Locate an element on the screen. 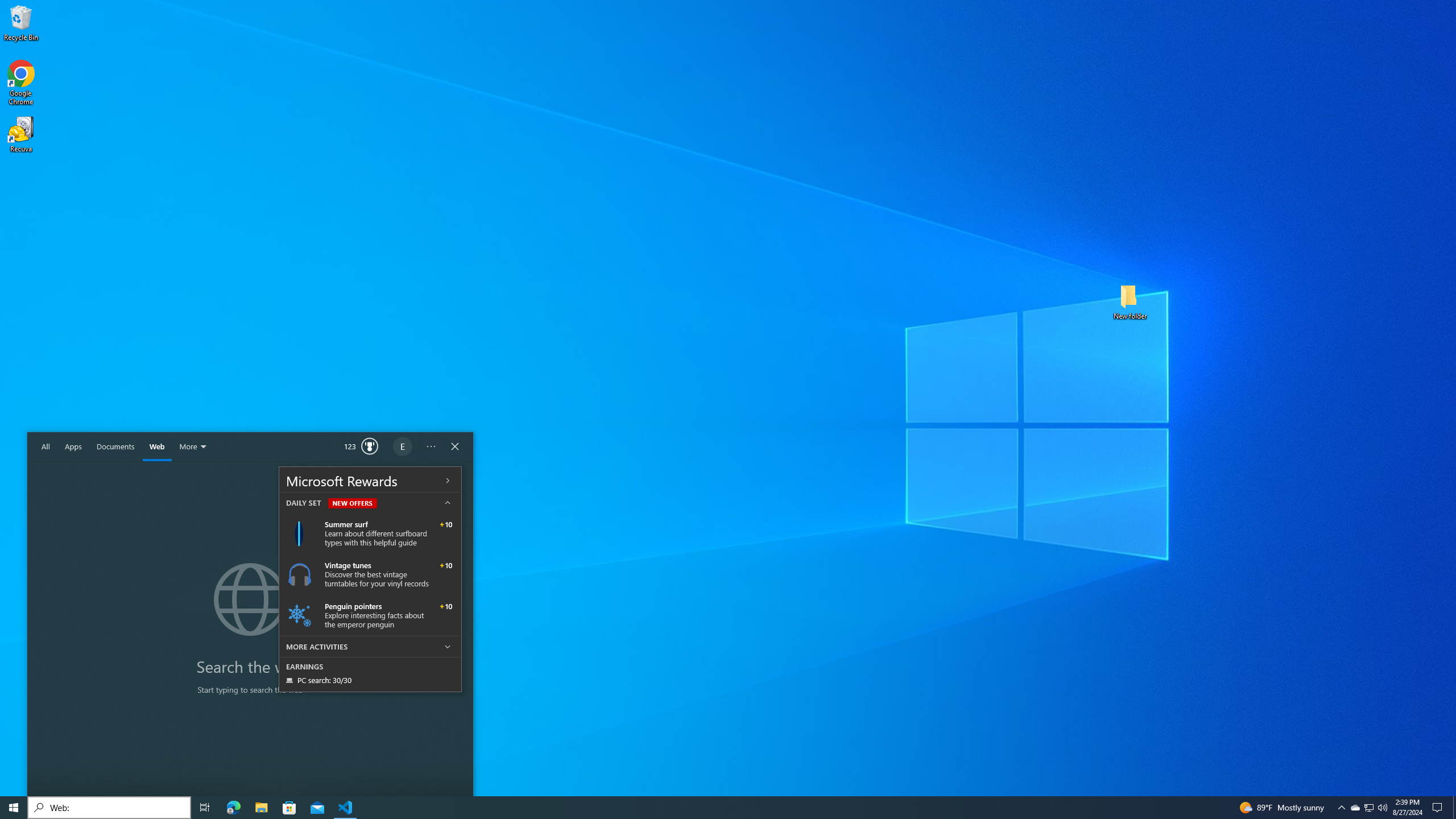  'Search box' is located at coordinates (109, 806).